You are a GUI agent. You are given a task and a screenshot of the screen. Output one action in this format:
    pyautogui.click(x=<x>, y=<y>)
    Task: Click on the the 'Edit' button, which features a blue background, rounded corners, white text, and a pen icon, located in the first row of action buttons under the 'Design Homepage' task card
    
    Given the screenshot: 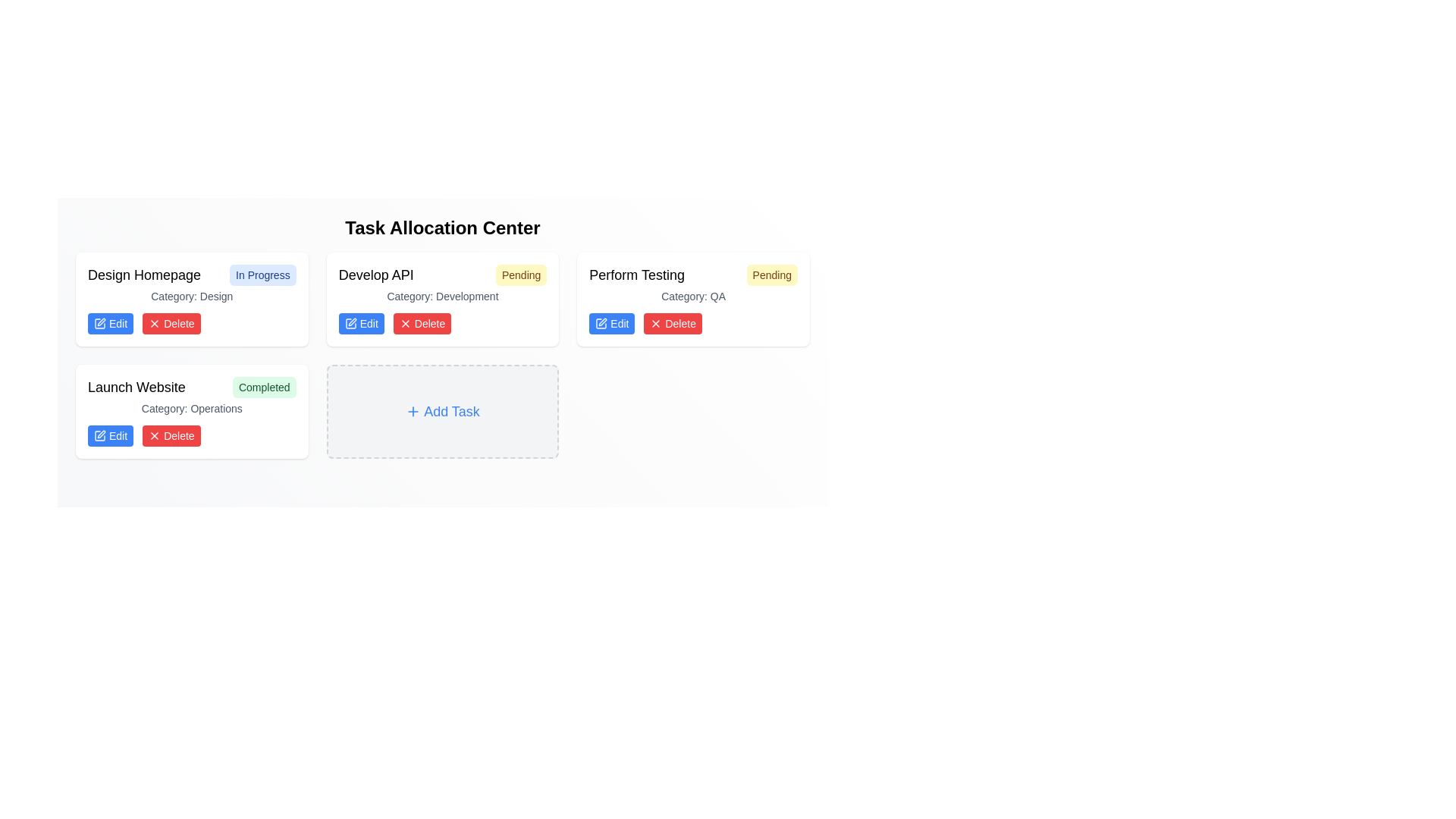 What is the action you would take?
    pyautogui.click(x=110, y=323)
    